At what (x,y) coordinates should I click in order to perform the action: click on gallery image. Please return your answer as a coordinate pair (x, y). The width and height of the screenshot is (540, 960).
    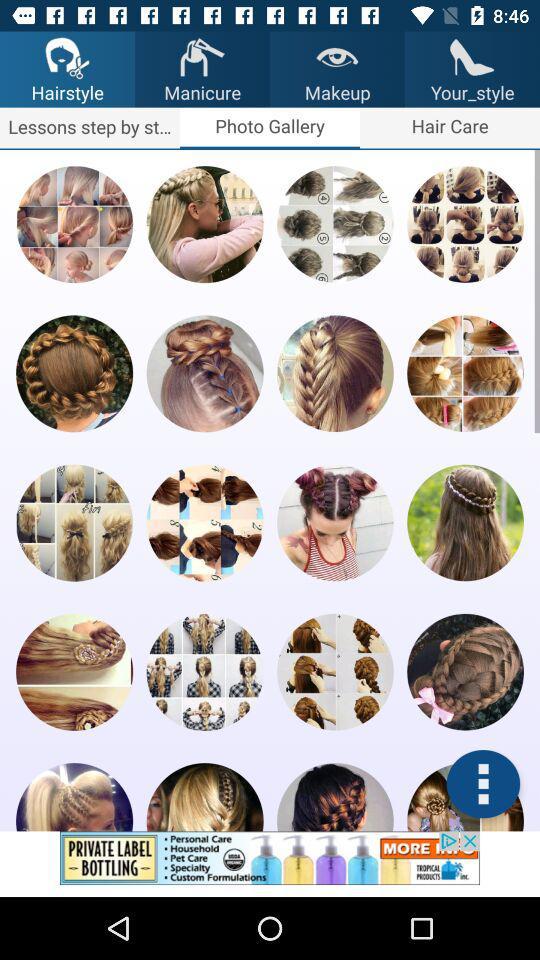
    Looking at the image, I should click on (73, 224).